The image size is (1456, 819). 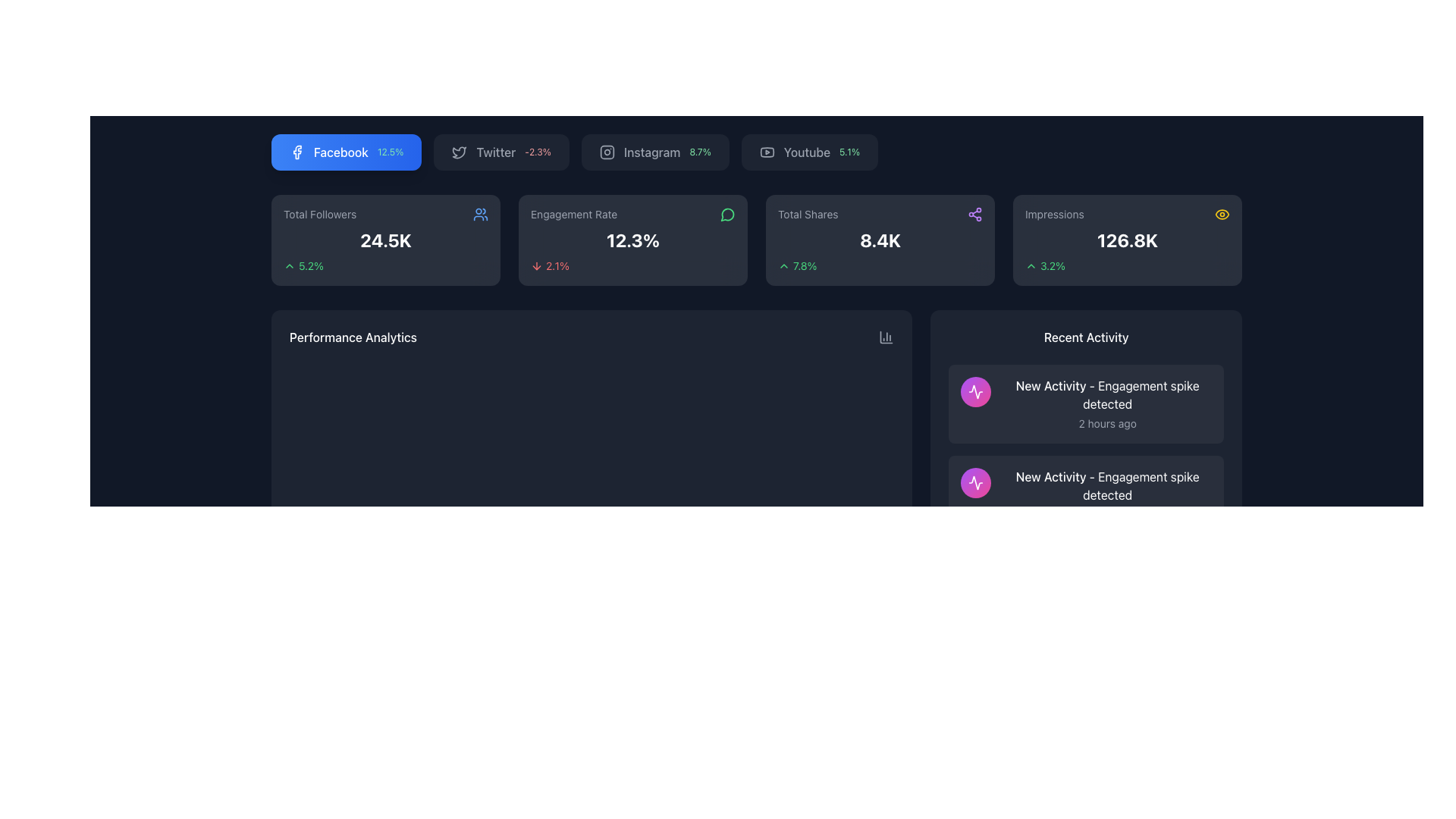 I want to click on the Text Label indicating 'Impressions' located in the rightmost data card above the numeric display '126.8K', so click(x=1053, y=214).